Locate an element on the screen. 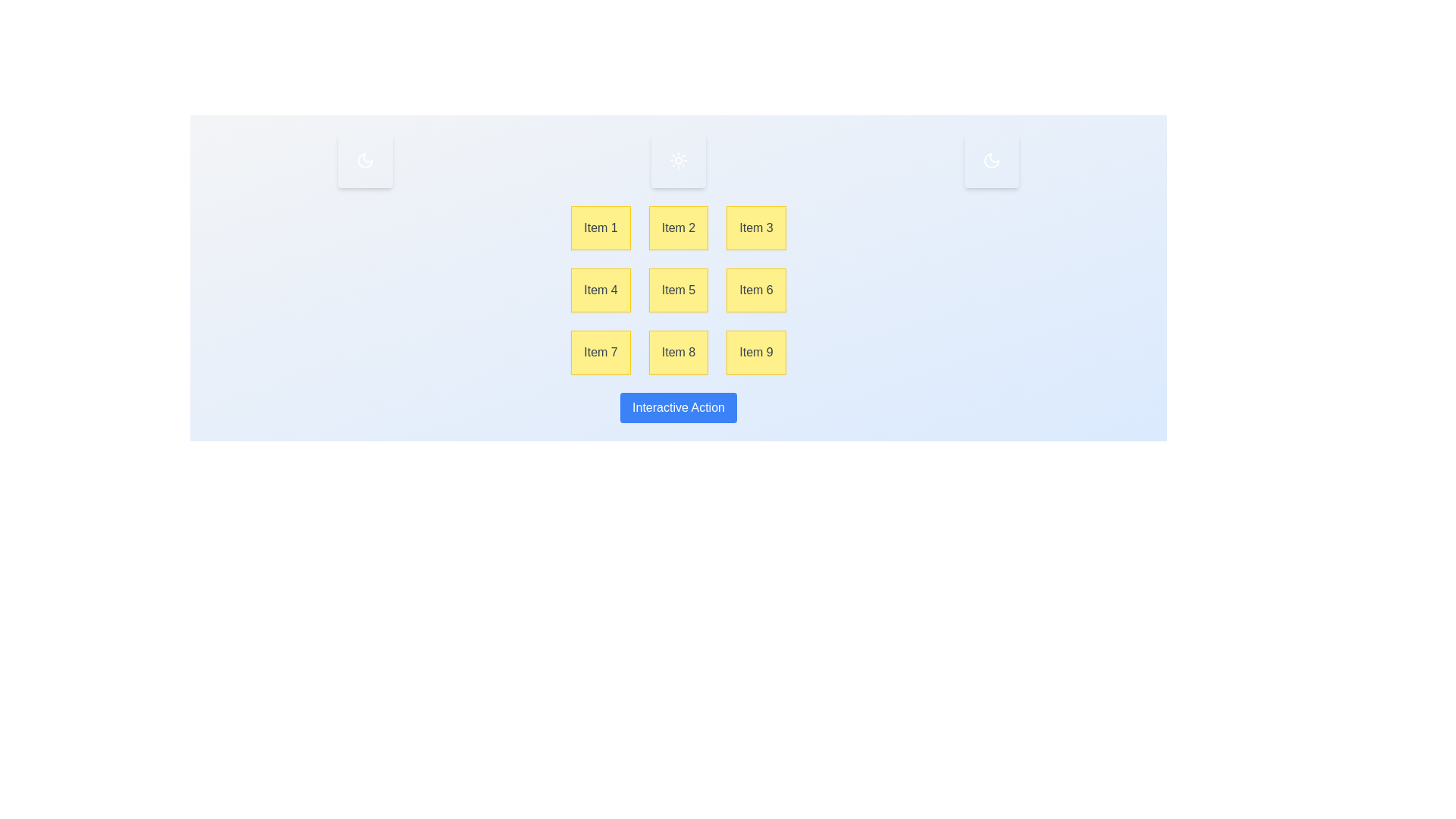 Image resolution: width=1456 pixels, height=819 pixels. label component displaying 'Item 4' located in the second column and second row of the grid layout is located at coordinates (600, 290).